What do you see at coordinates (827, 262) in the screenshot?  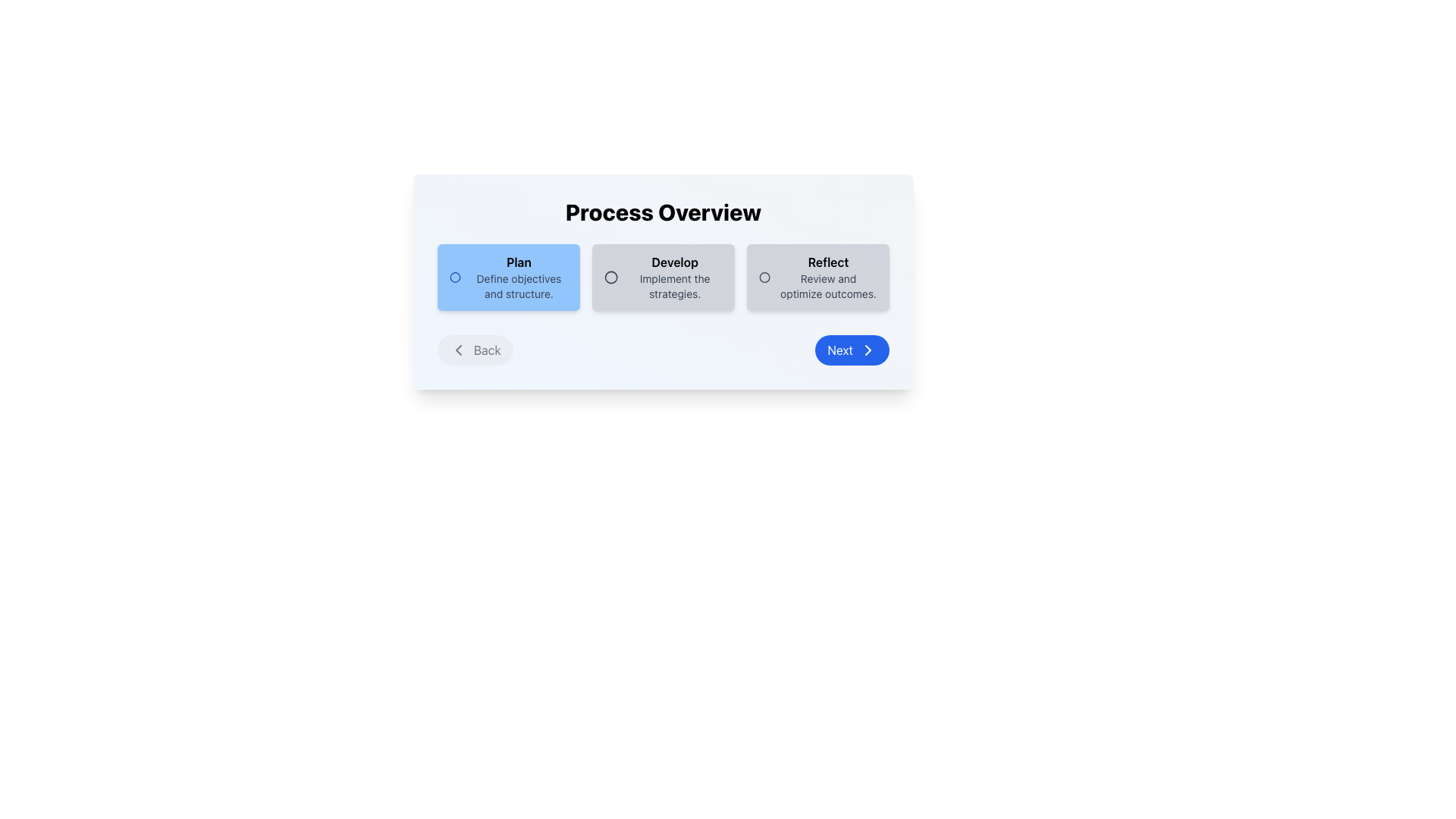 I see `the 'Reflect' text label located in the third option card under the heading 'Process Overview'` at bounding box center [827, 262].